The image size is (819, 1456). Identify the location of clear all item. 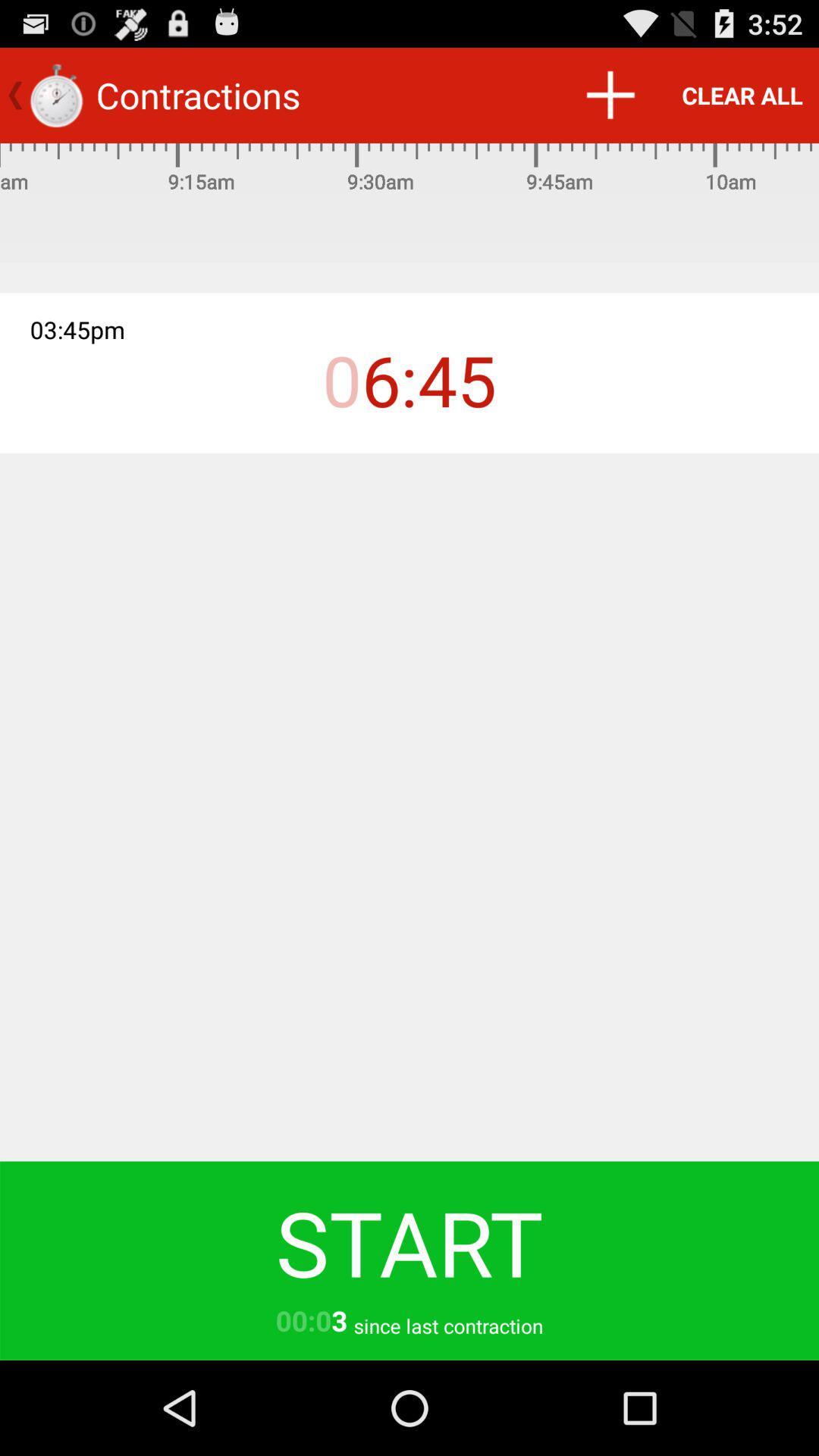
(742, 94).